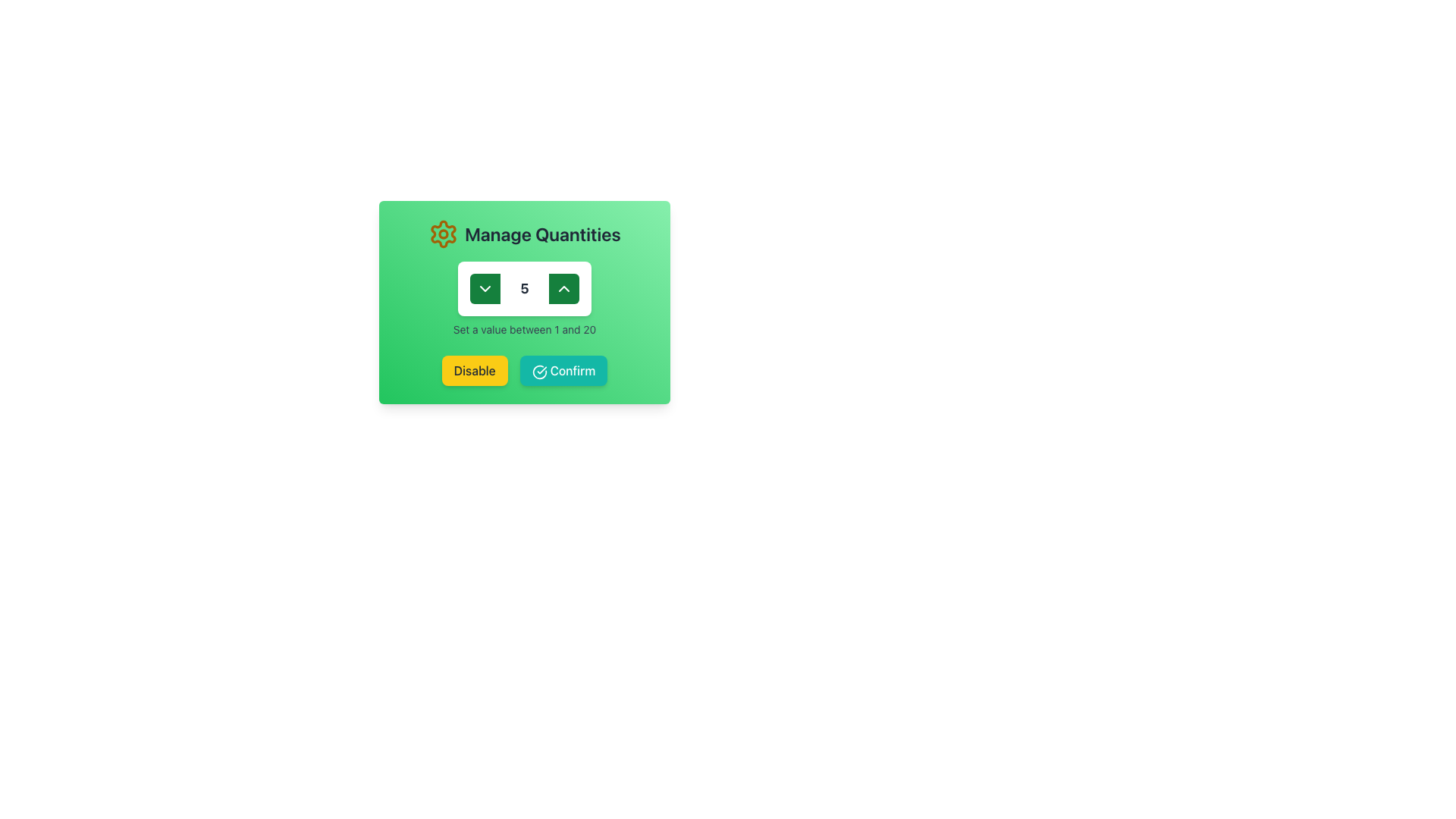 The height and width of the screenshot is (819, 1456). Describe the element at coordinates (443, 234) in the screenshot. I see `the yellow cogwheel icon located to the left of the text 'Manage Quantities' at the top of the frame` at that location.